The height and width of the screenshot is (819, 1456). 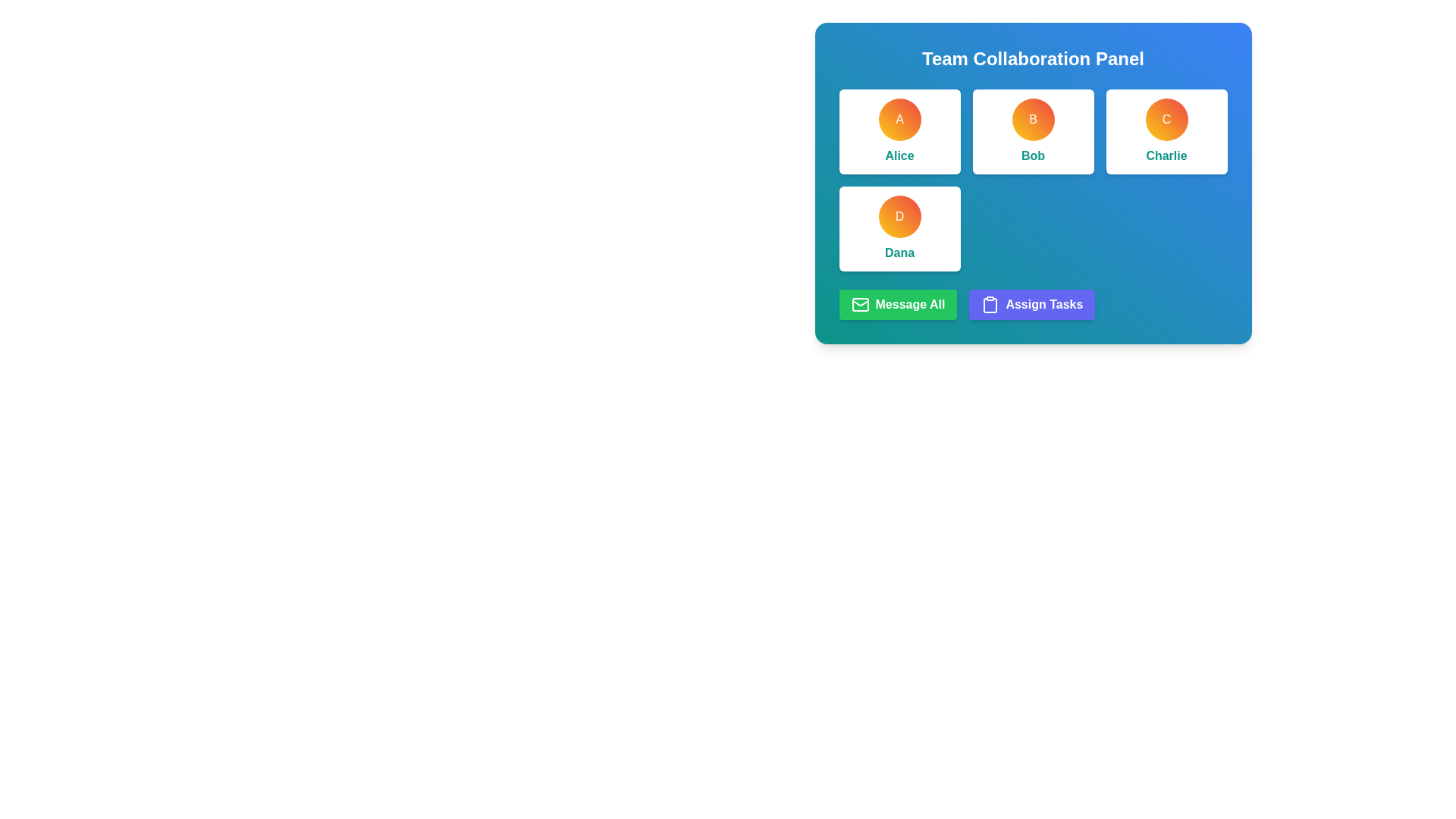 I want to click on the circular avatar icon with a gradient background from yellow to red, containing a bold white letter 'A', located at the top left corner of the Team Collaboration Panel, so click(x=899, y=119).